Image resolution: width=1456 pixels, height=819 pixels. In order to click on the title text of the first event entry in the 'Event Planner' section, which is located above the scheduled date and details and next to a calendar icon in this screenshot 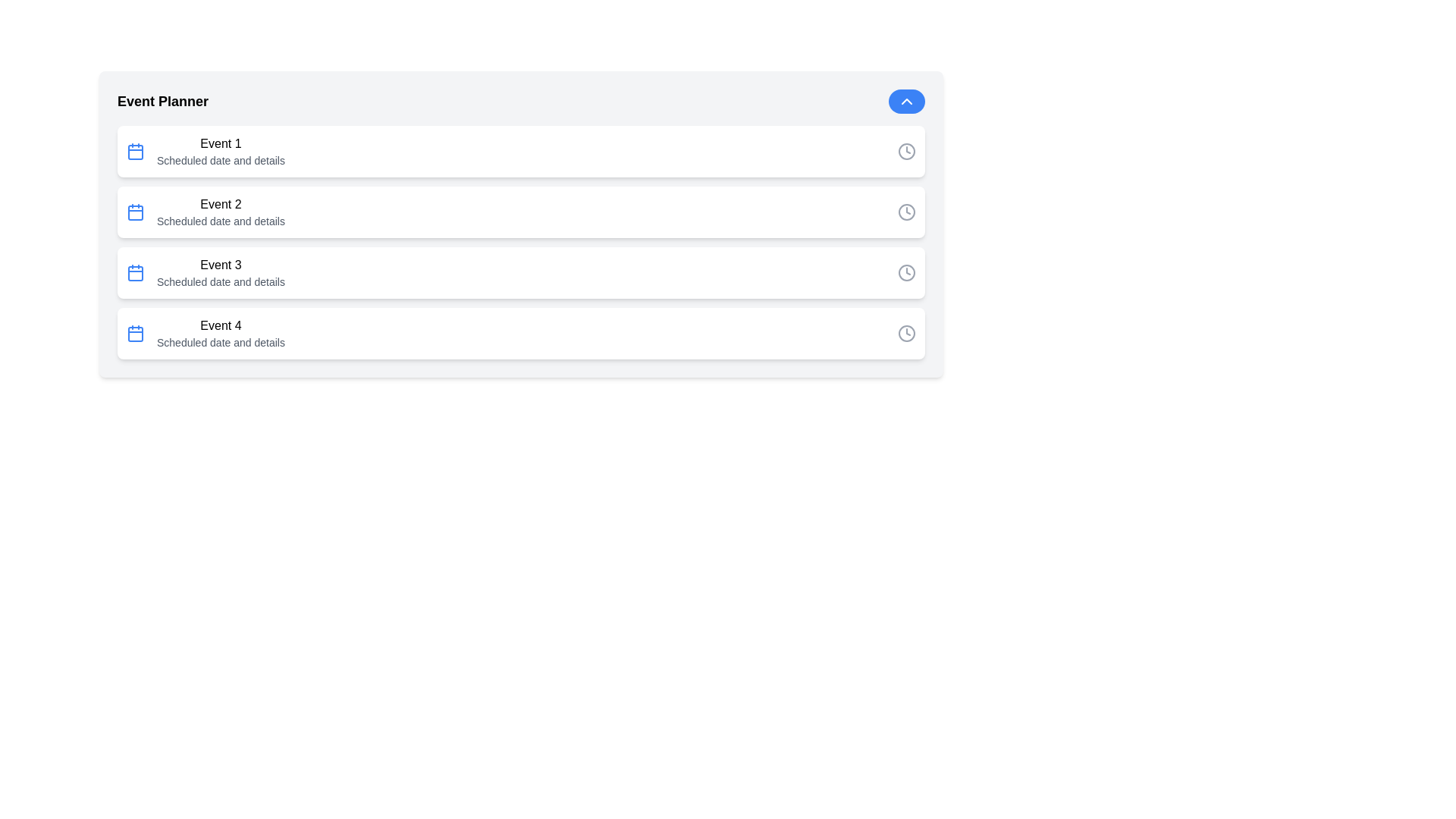, I will do `click(220, 143)`.